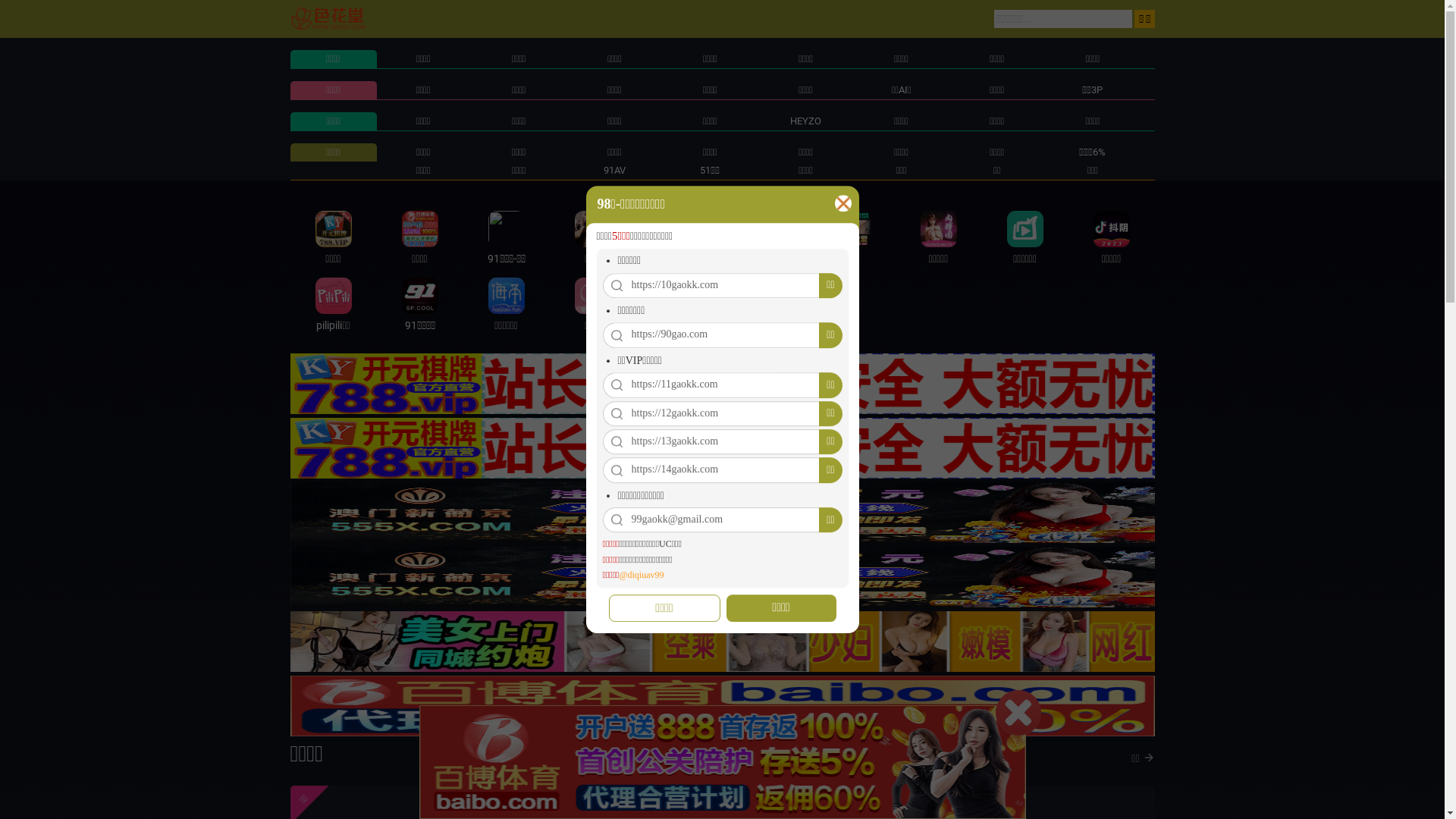  Describe the element at coordinates (805, 120) in the screenshot. I see `'HEYZO'` at that location.